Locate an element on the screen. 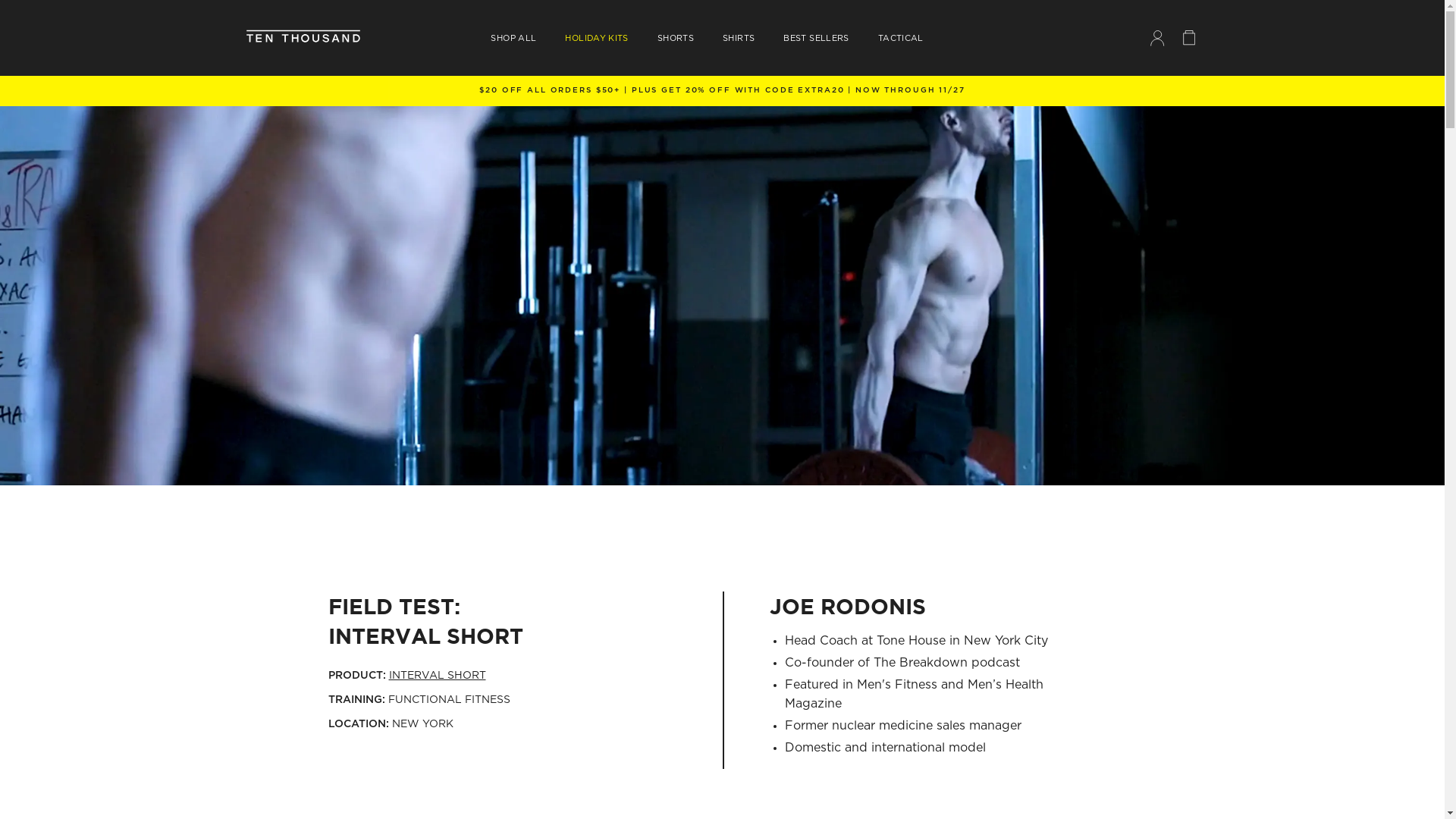 The height and width of the screenshot is (819, 1456). 'TACTICAL' is located at coordinates (901, 37).